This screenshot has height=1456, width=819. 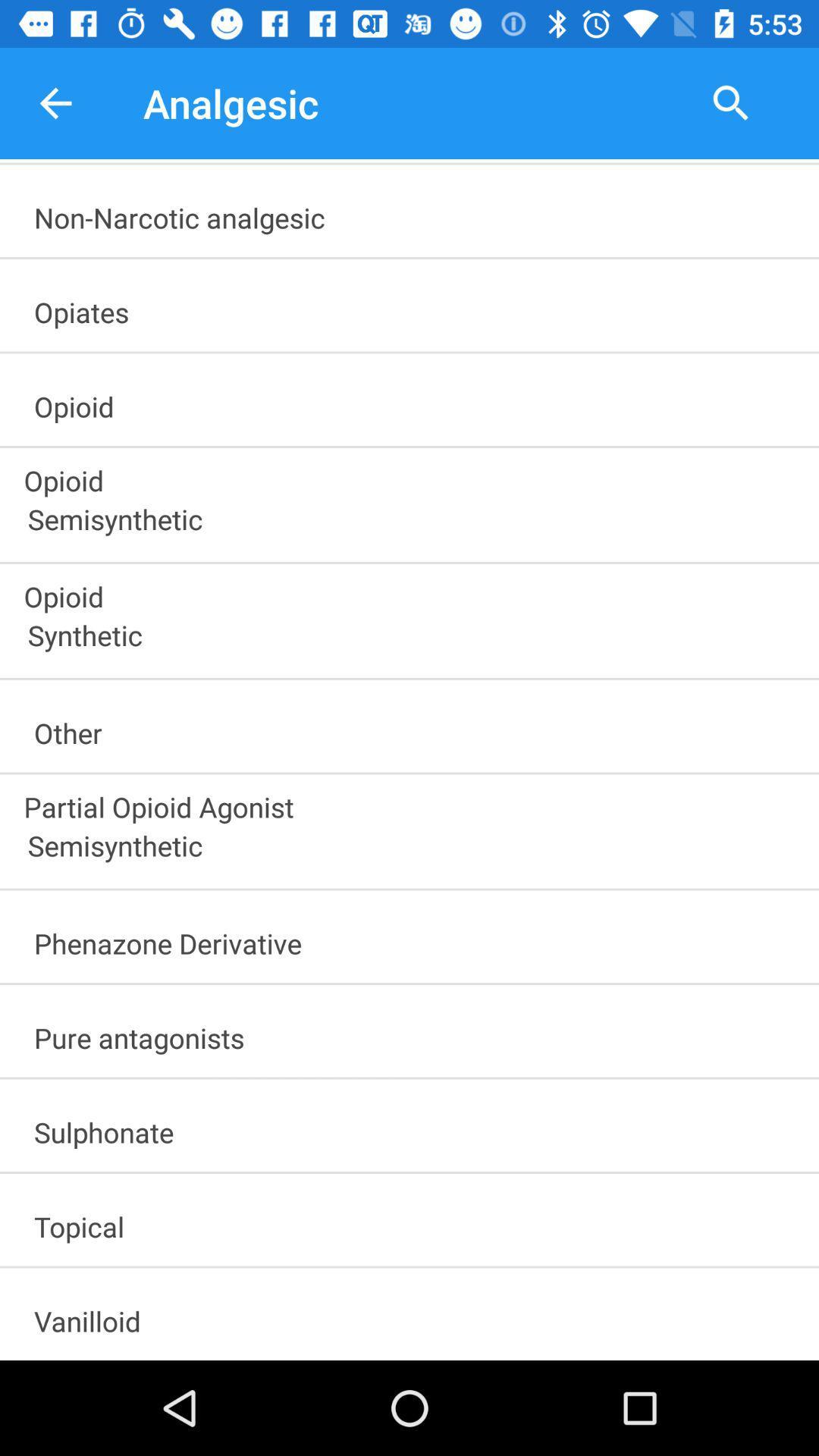 What do you see at coordinates (416, 1127) in the screenshot?
I see `the sulphonate item` at bounding box center [416, 1127].